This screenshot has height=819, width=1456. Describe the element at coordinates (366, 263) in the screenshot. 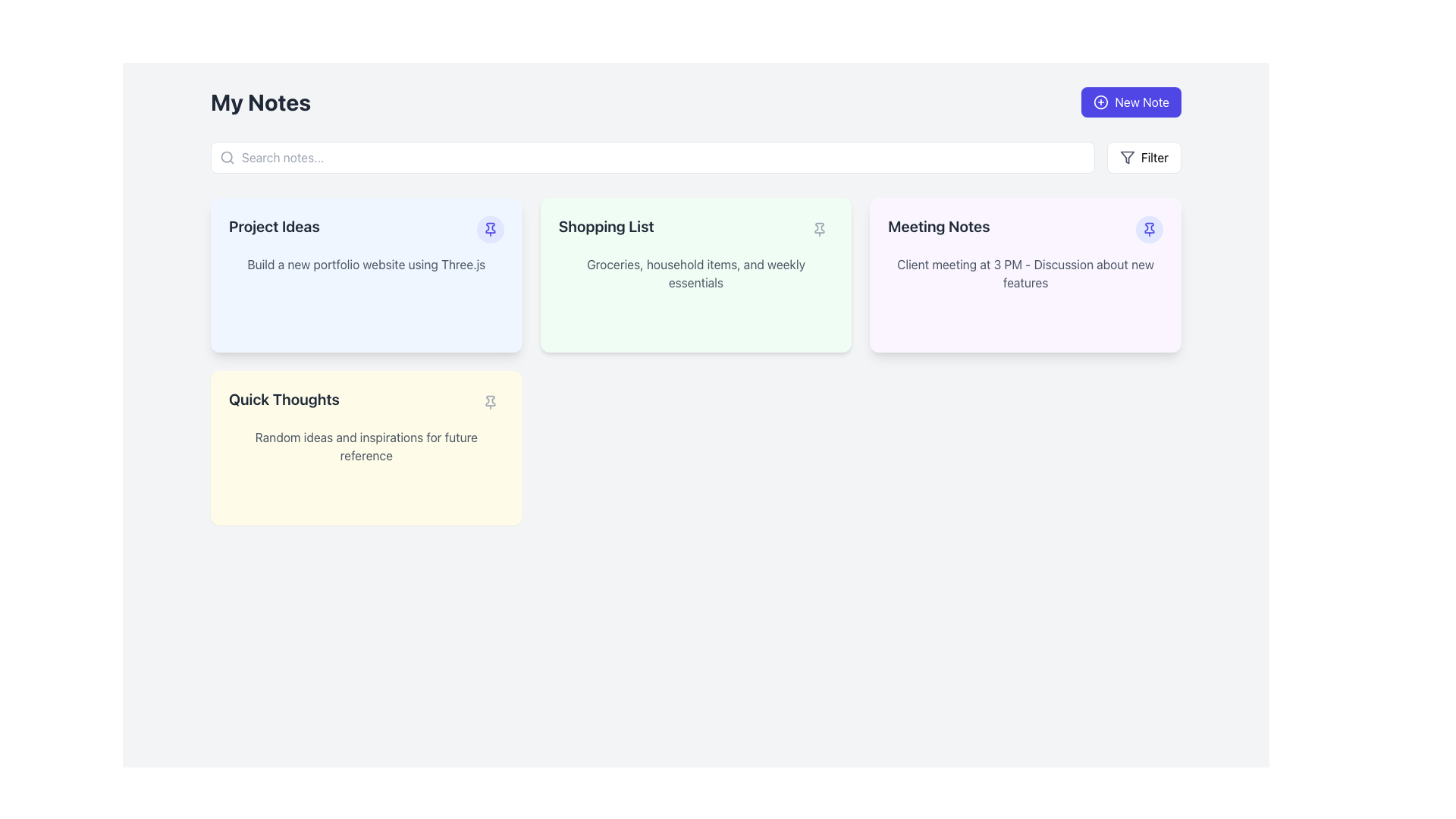

I see `the static text block that displays a description or task related to building a portfolio website using Three.js, located within the 'Project Ideas' note card, near its center, below the title` at that location.